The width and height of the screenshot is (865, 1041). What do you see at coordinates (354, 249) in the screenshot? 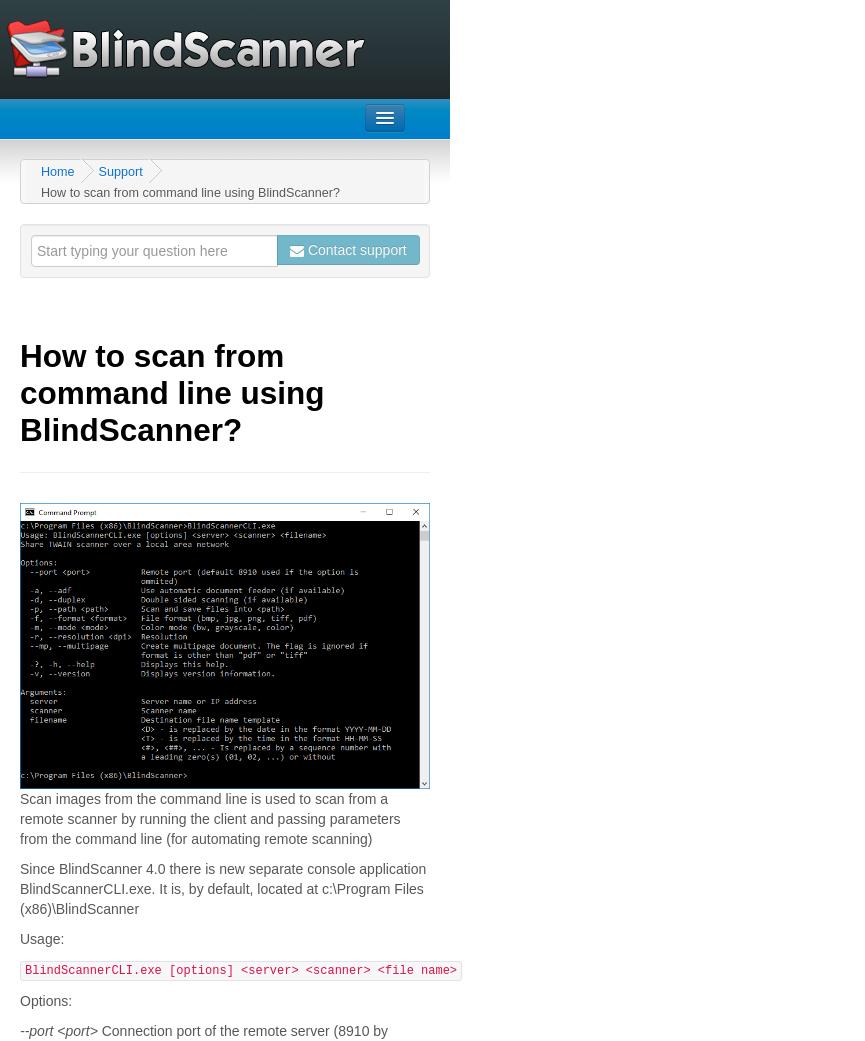
I see `'Contact support'` at bounding box center [354, 249].